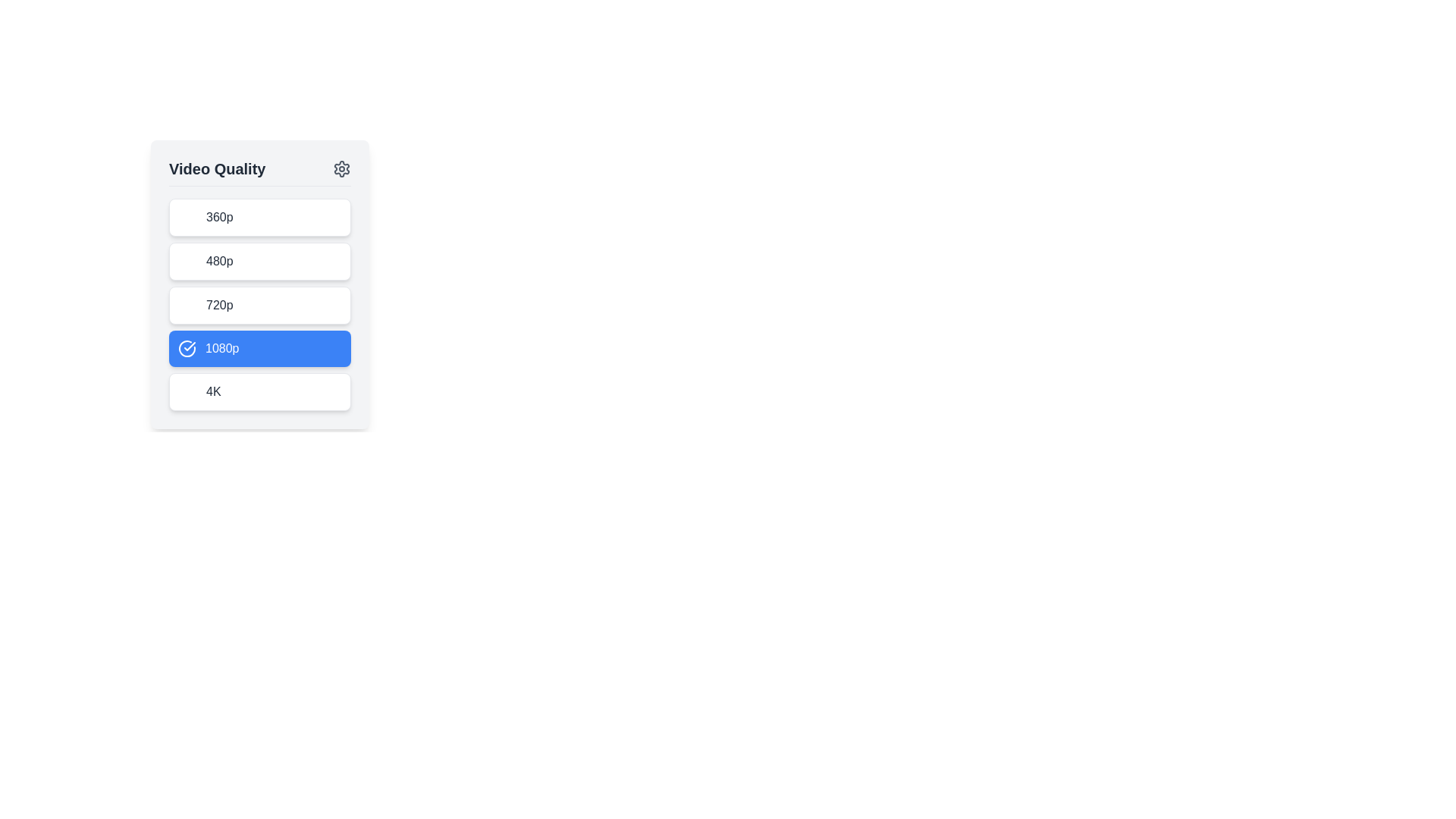  I want to click on the cogwheel-shaped settings icon located in the top-right corner of the 'Video Quality' selection dialog, so click(341, 169).